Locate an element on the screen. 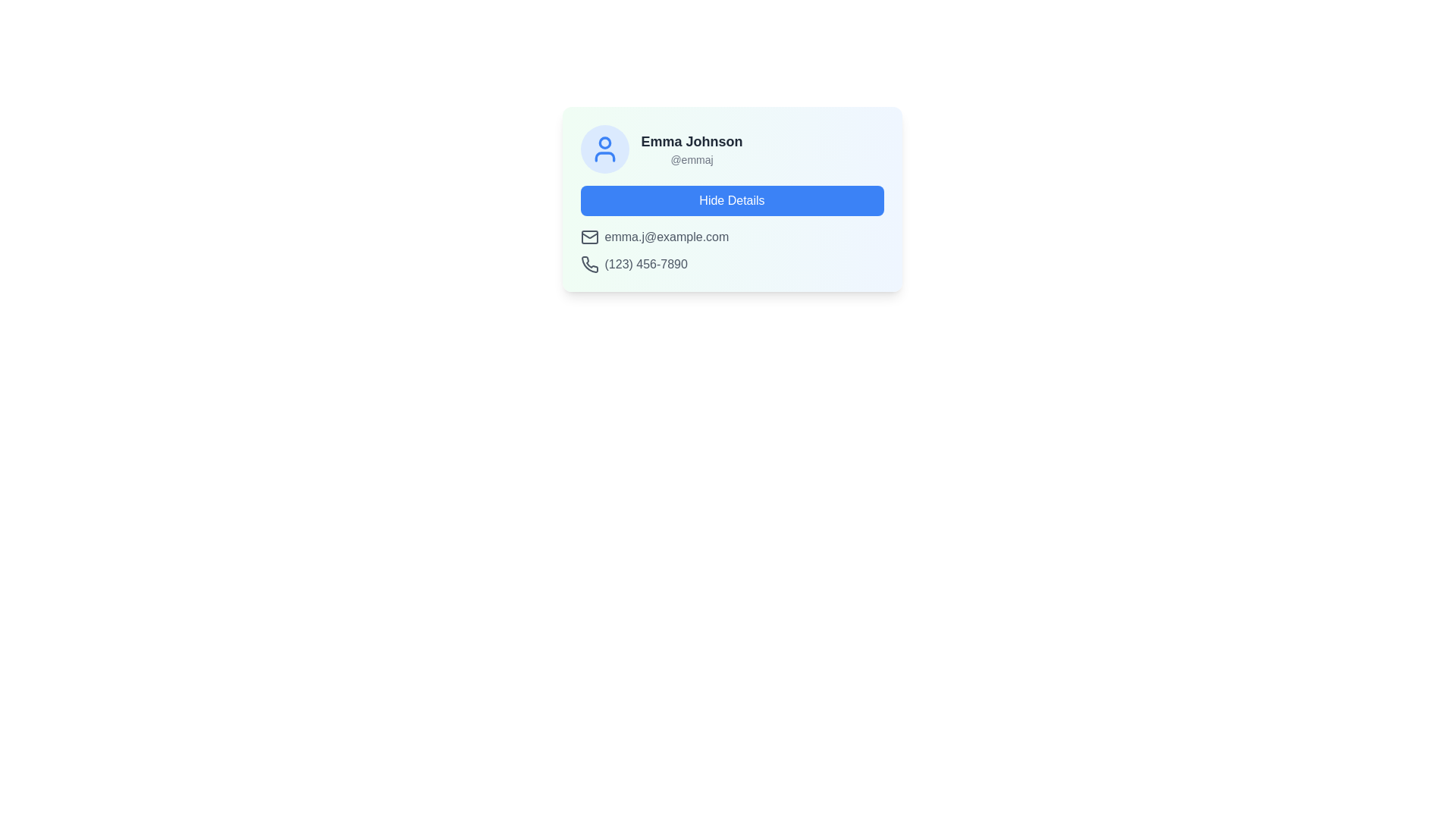 This screenshot has width=1456, height=819. the static text label displaying the user's email address, located below the 'Hide Details' button and aligned with an envelope icon is located at coordinates (667, 237).